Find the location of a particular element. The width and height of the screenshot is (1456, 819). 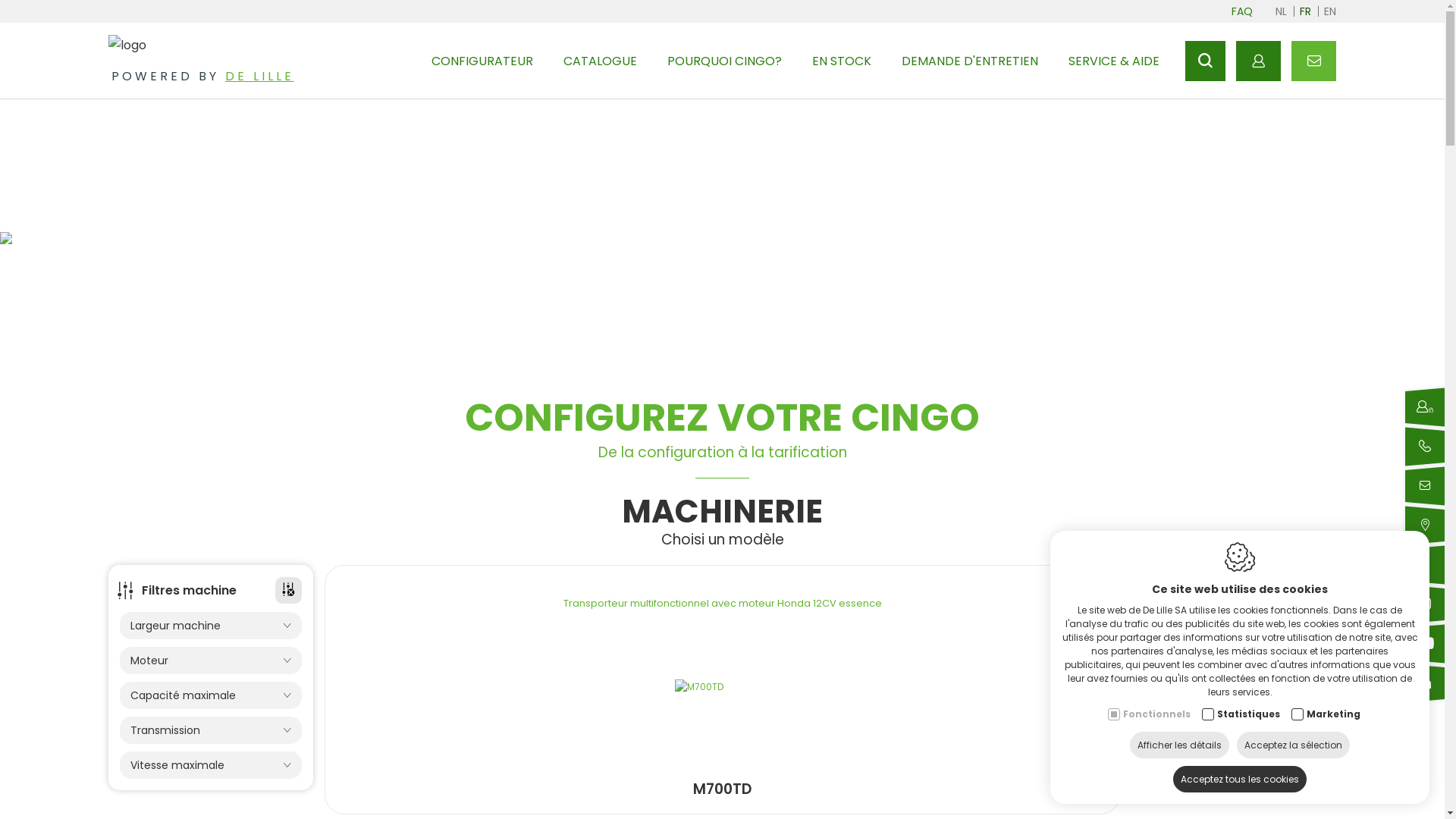

'CATALOGUE' is located at coordinates (563, 60).